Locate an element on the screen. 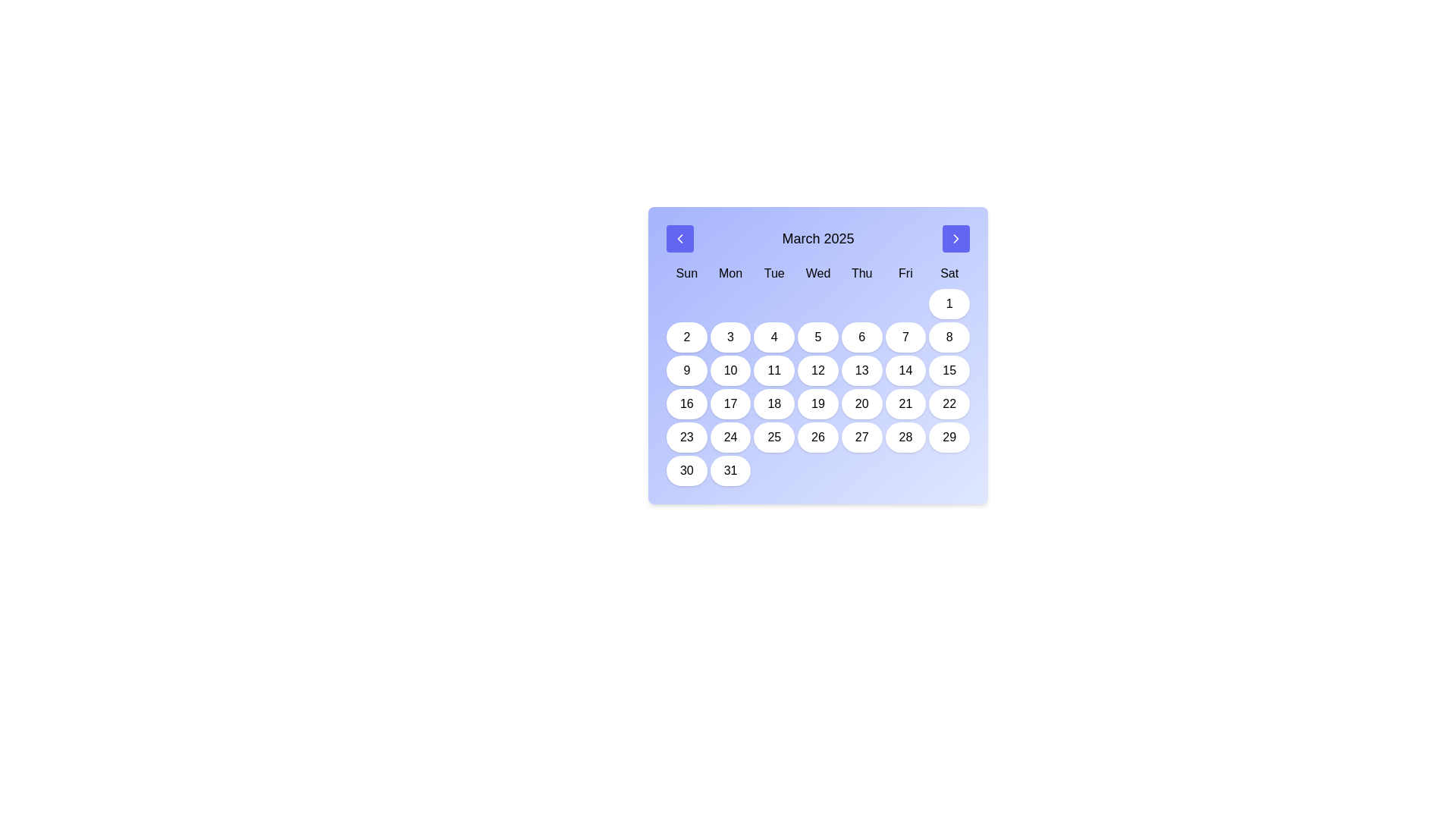  the dot marker indicating the date '4' in the Tuesday column of the calendar is located at coordinates (774, 304).